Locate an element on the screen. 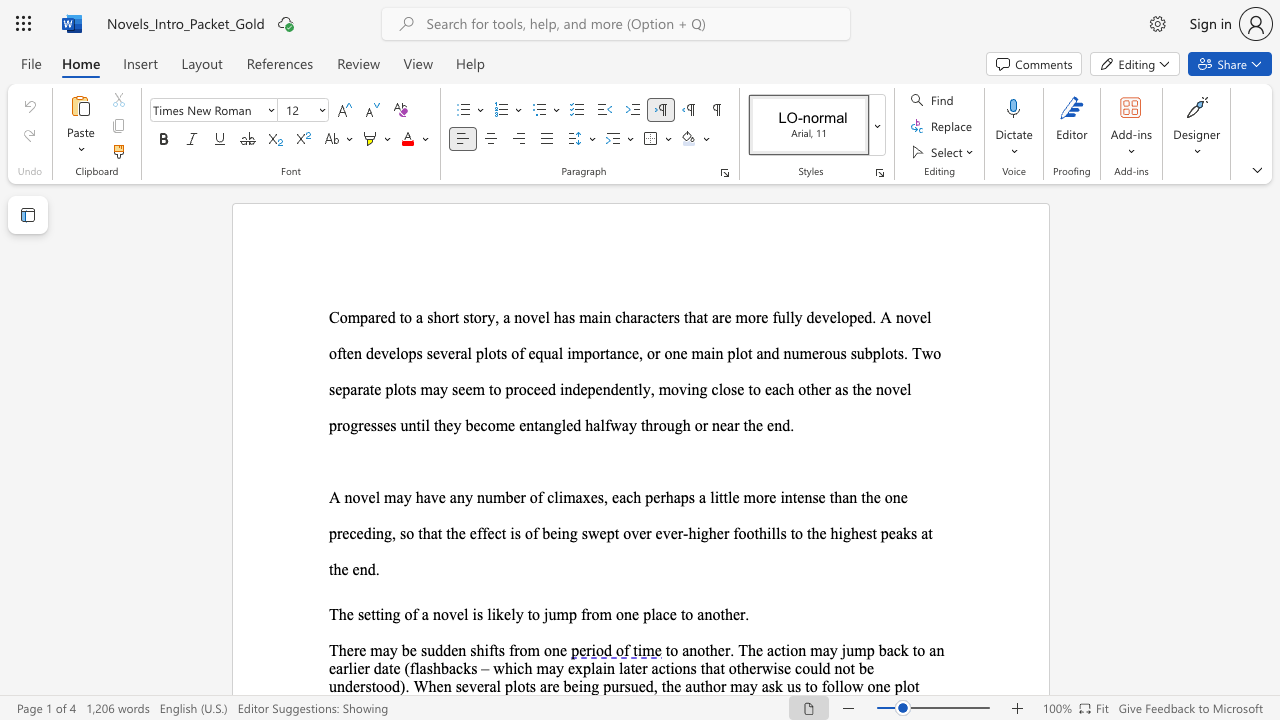 The image size is (1280, 720). the subset text "em t" within the text "subplots. Two separate plots may seem to" is located at coordinates (464, 389).